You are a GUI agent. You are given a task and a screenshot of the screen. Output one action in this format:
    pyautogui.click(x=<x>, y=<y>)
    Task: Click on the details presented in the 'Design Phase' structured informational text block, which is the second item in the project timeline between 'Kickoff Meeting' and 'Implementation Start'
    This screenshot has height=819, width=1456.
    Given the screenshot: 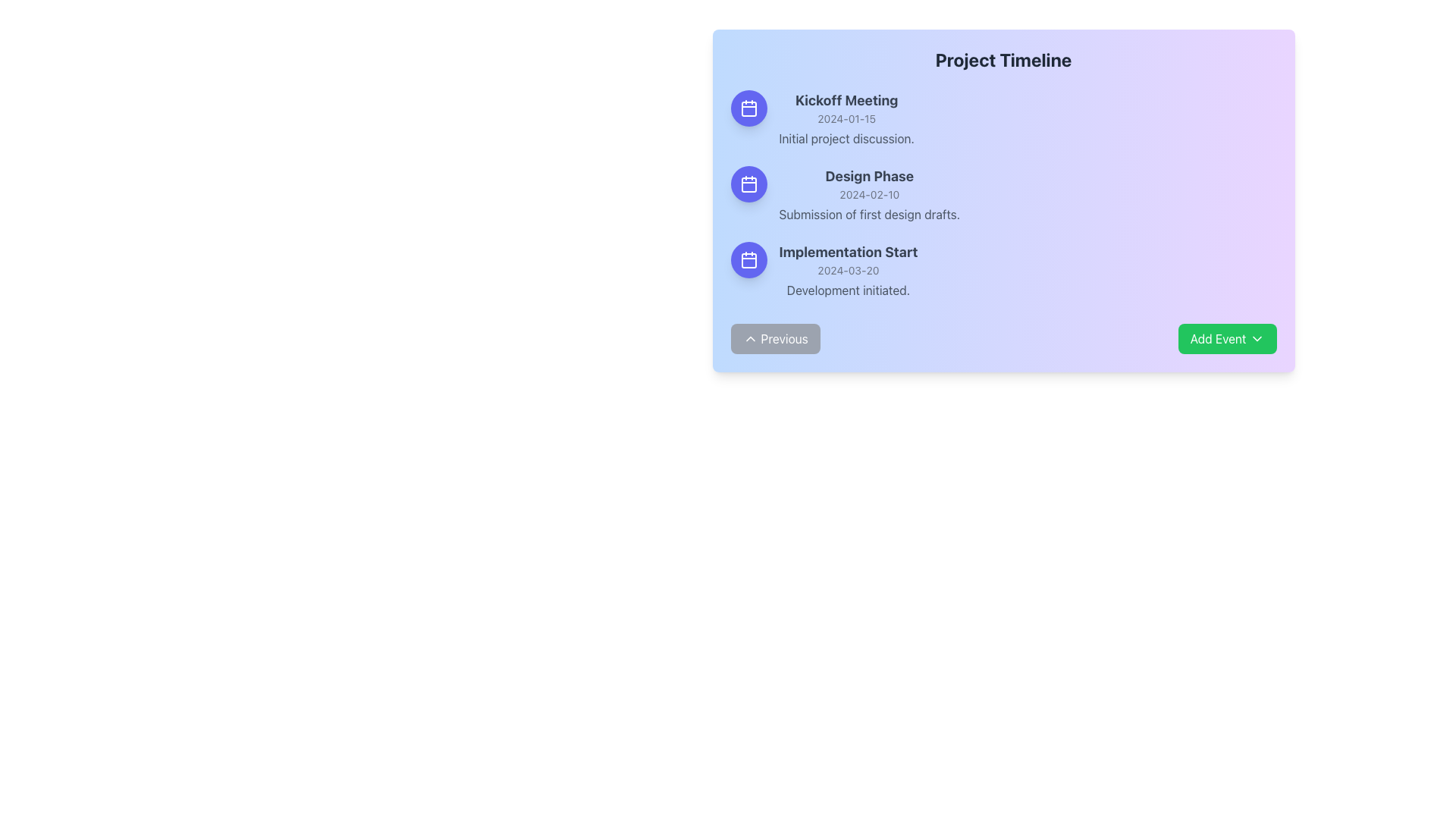 What is the action you would take?
    pyautogui.click(x=869, y=194)
    